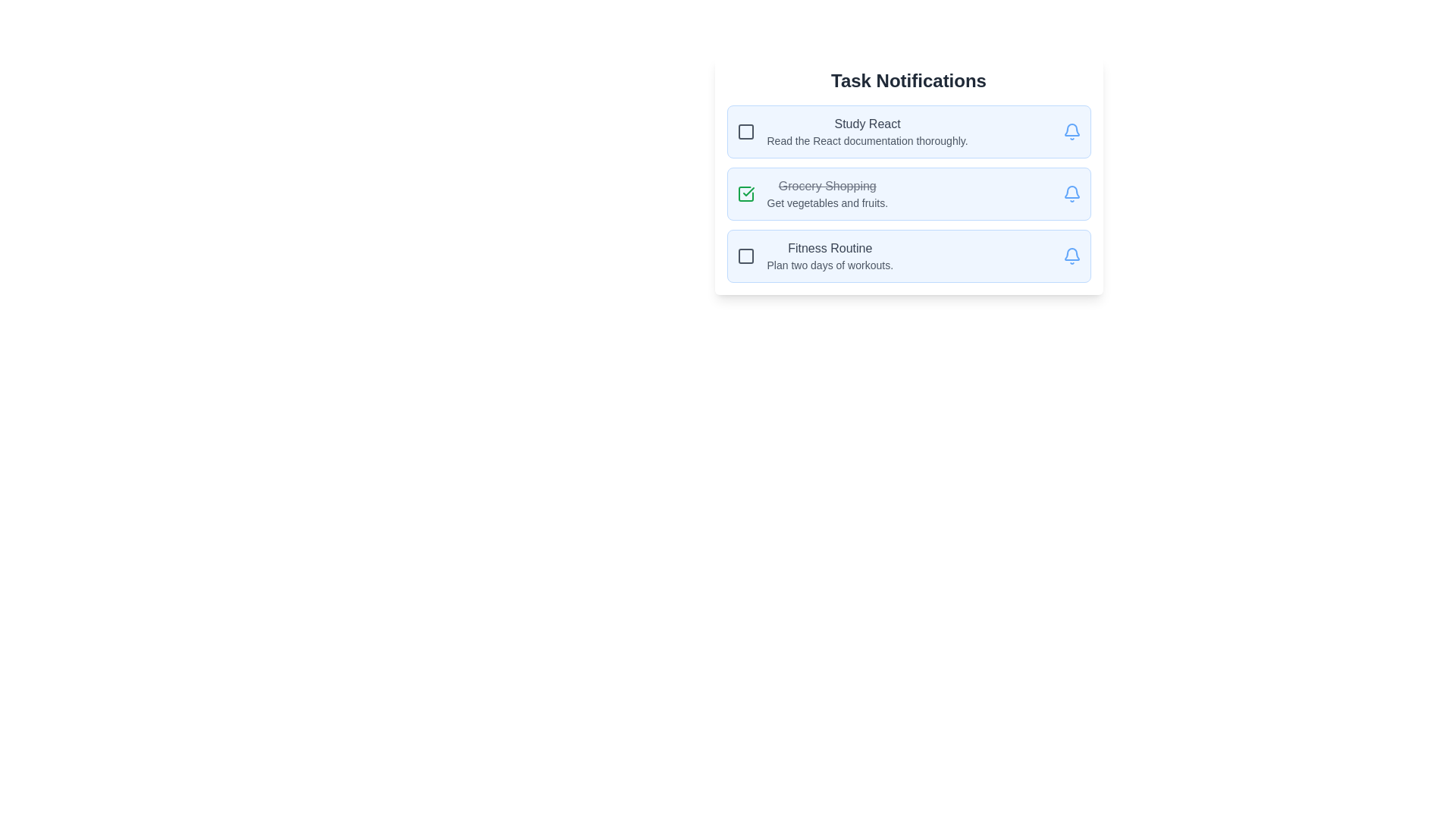 Image resolution: width=1456 pixels, height=819 pixels. Describe the element at coordinates (827, 193) in the screenshot. I see `text content of the completed task description label located in the second row under 'Task Notifications', which is styled with a strike-through to indicate completion` at that location.